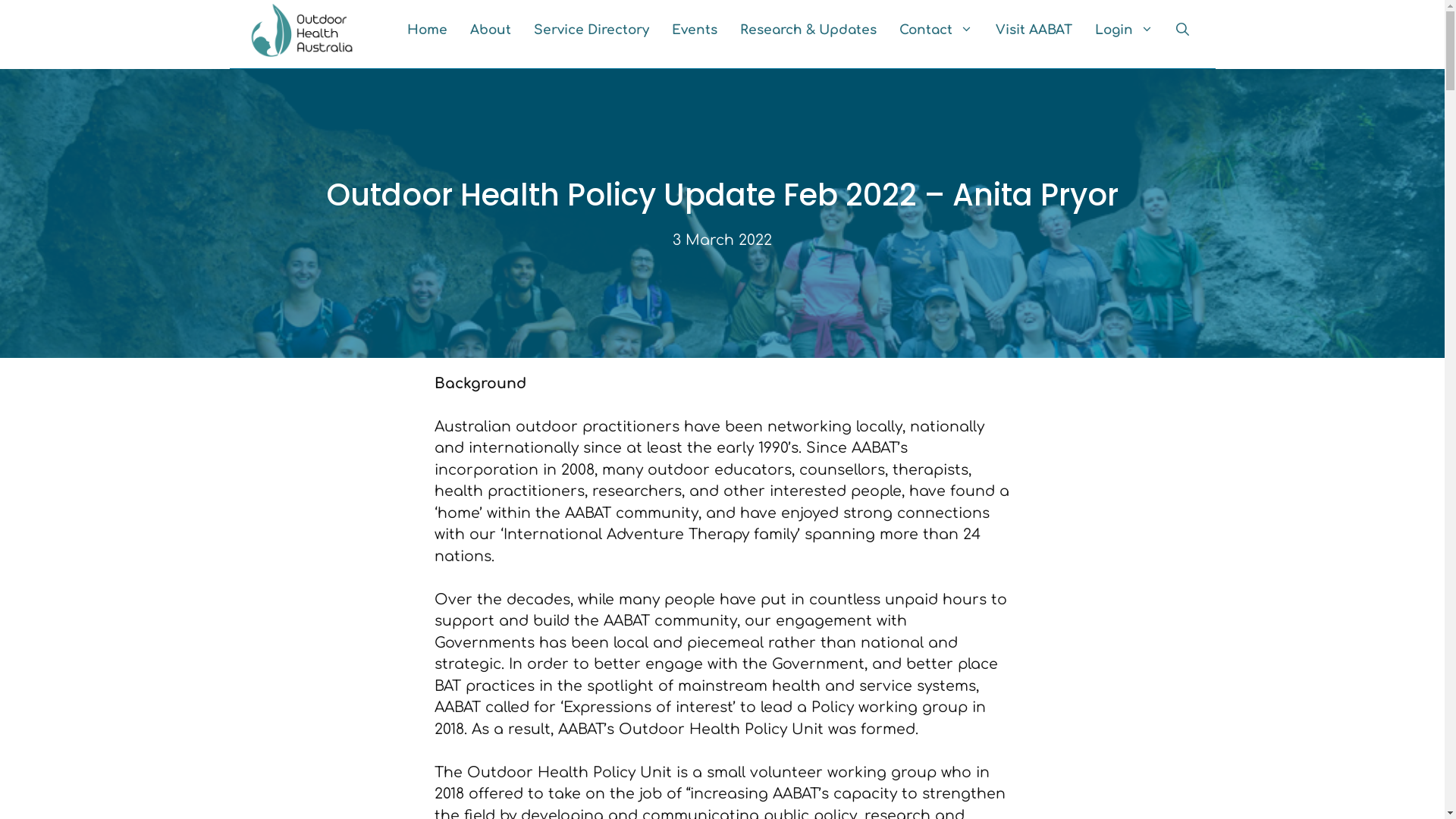 The height and width of the screenshot is (819, 1456). What do you see at coordinates (589, 30) in the screenshot?
I see `'Service Directory'` at bounding box center [589, 30].